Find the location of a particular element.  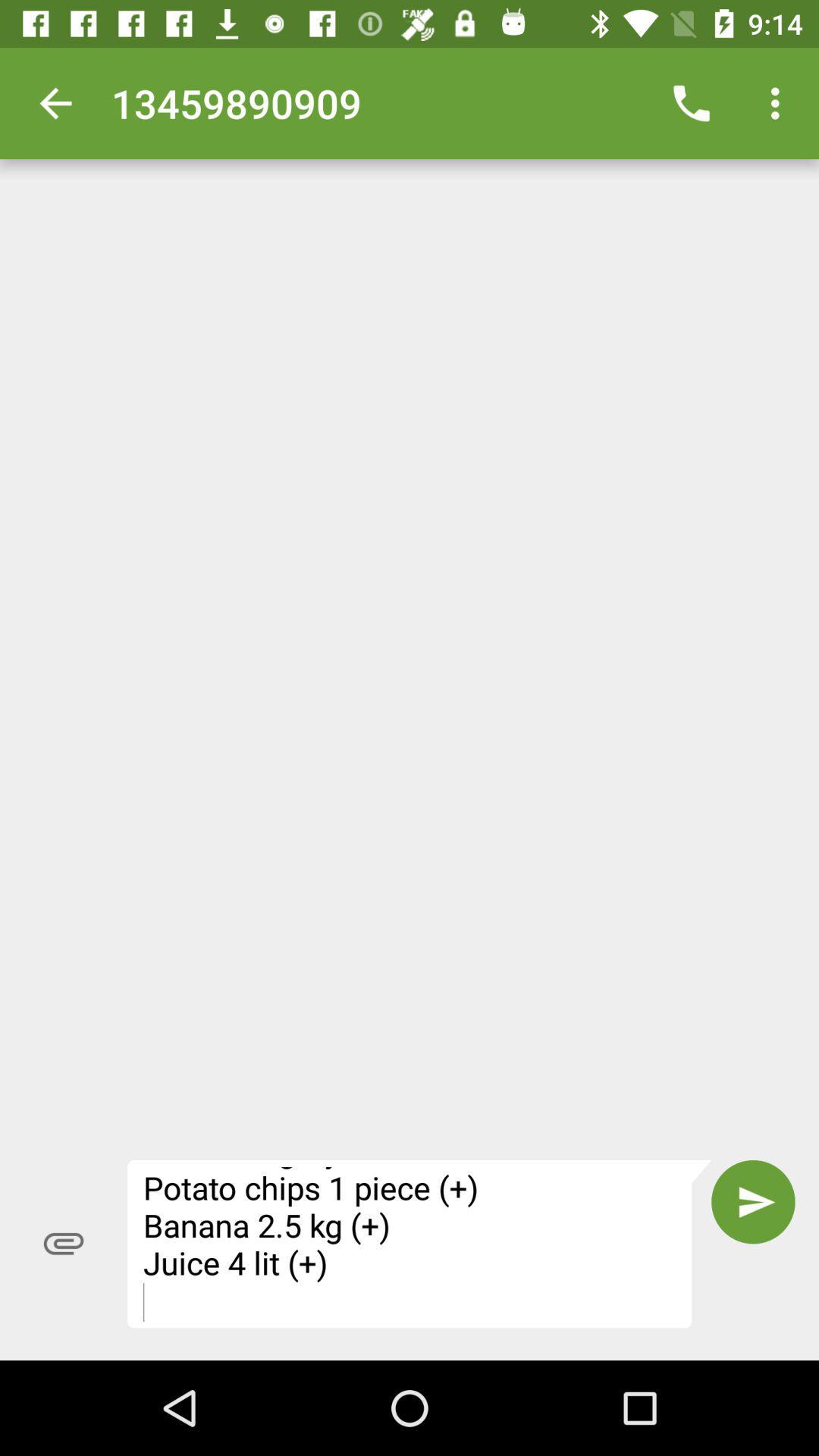

the attach_file icon is located at coordinates (63, 1244).